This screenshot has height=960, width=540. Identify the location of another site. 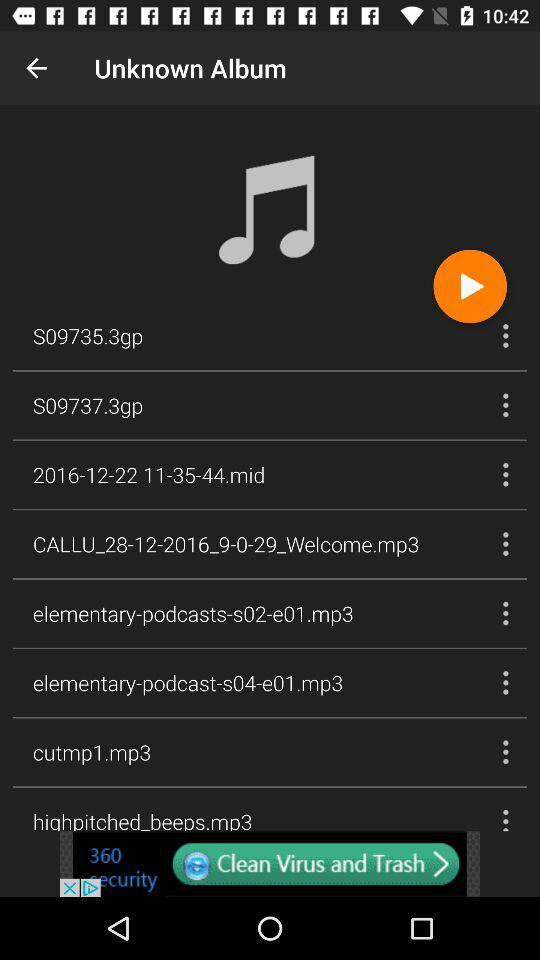
(270, 863).